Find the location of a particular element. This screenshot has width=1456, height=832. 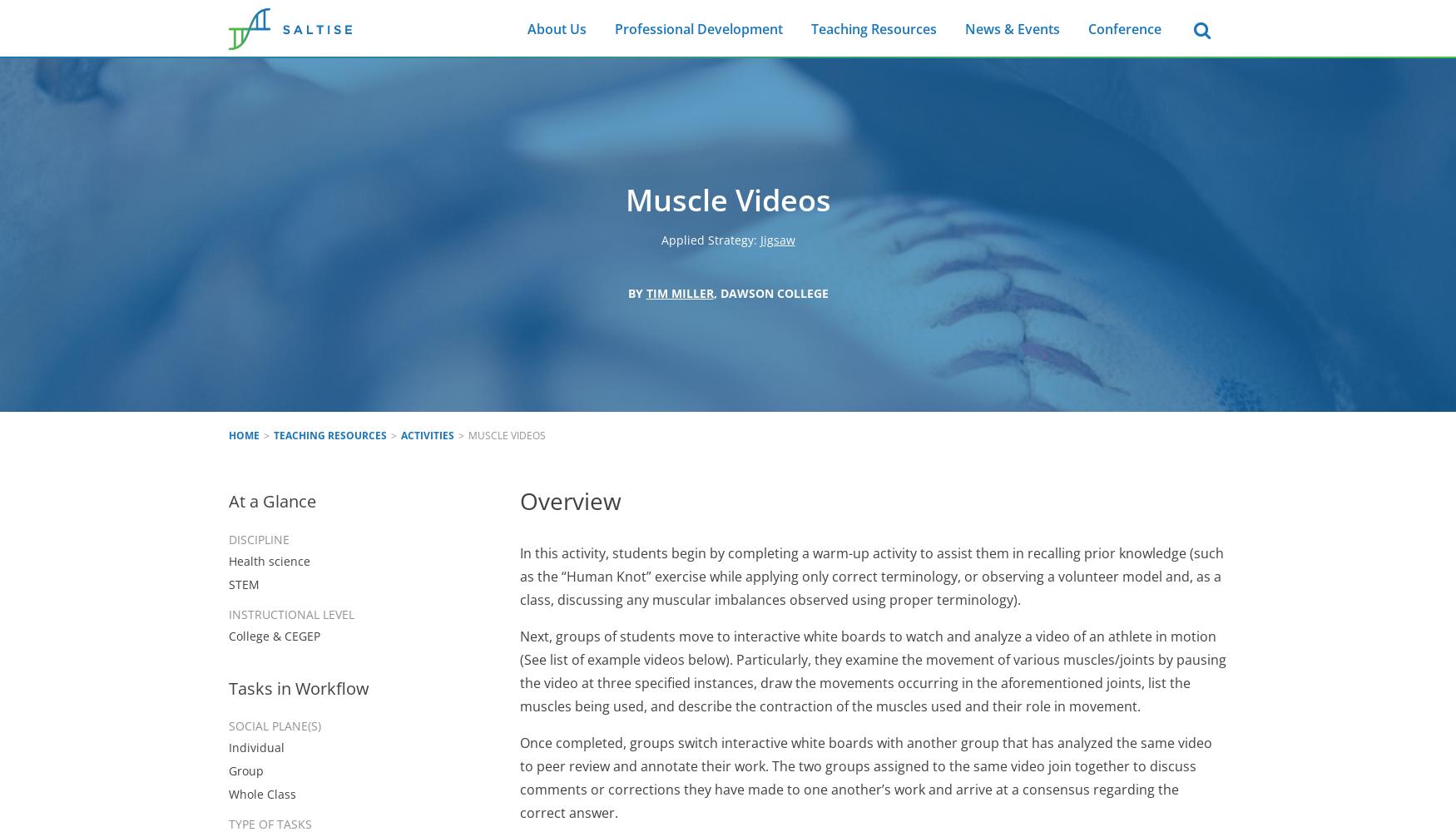

'Instructional Level' is located at coordinates (291, 612).